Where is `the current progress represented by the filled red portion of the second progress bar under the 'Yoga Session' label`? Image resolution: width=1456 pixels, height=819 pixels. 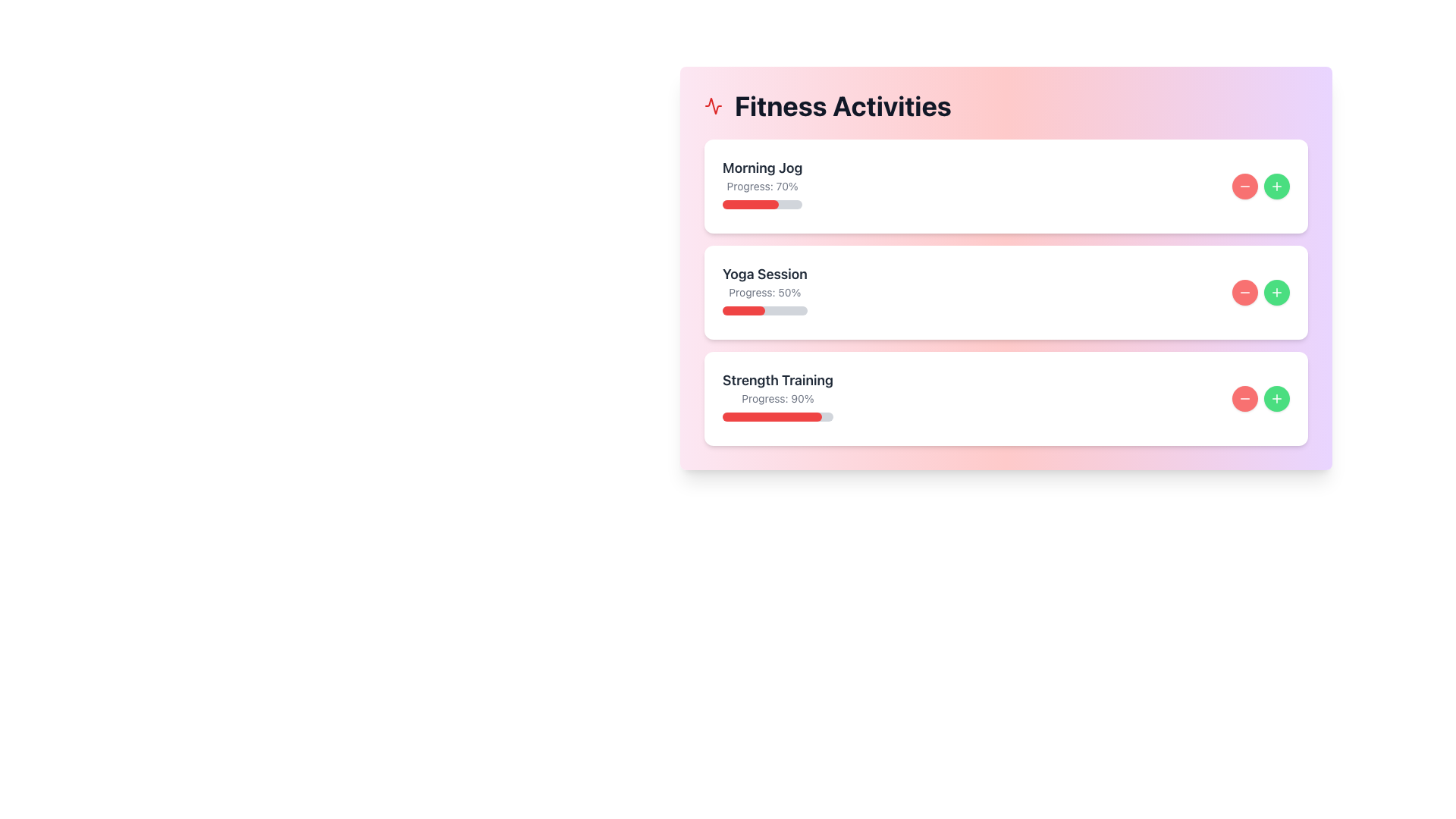 the current progress represented by the filled red portion of the second progress bar under the 'Yoga Session' label is located at coordinates (743, 309).